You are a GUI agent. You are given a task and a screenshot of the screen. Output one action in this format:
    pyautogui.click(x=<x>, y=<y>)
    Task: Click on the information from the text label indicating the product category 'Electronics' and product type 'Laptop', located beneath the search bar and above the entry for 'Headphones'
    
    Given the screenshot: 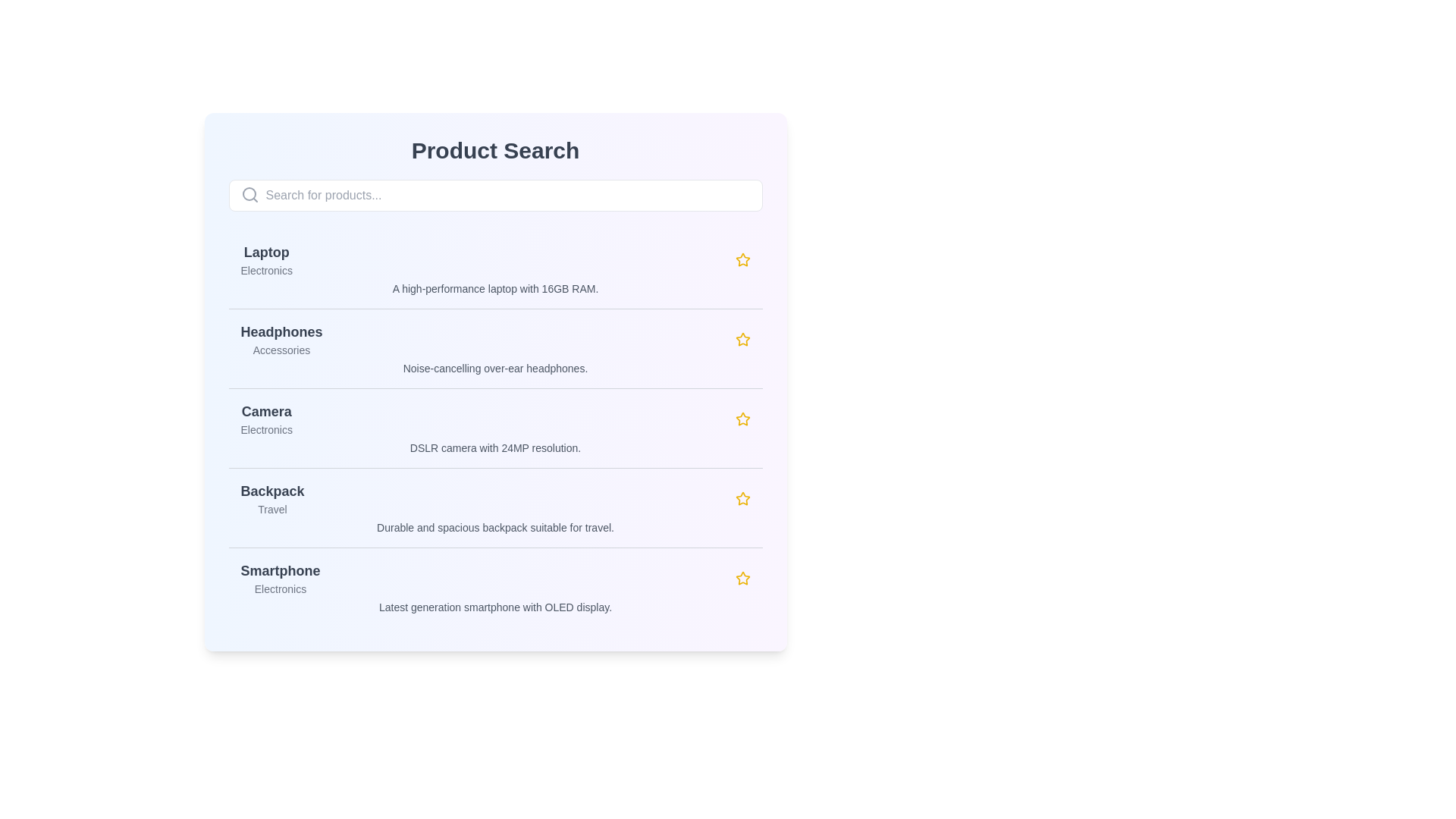 What is the action you would take?
    pyautogui.click(x=266, y=259)
    